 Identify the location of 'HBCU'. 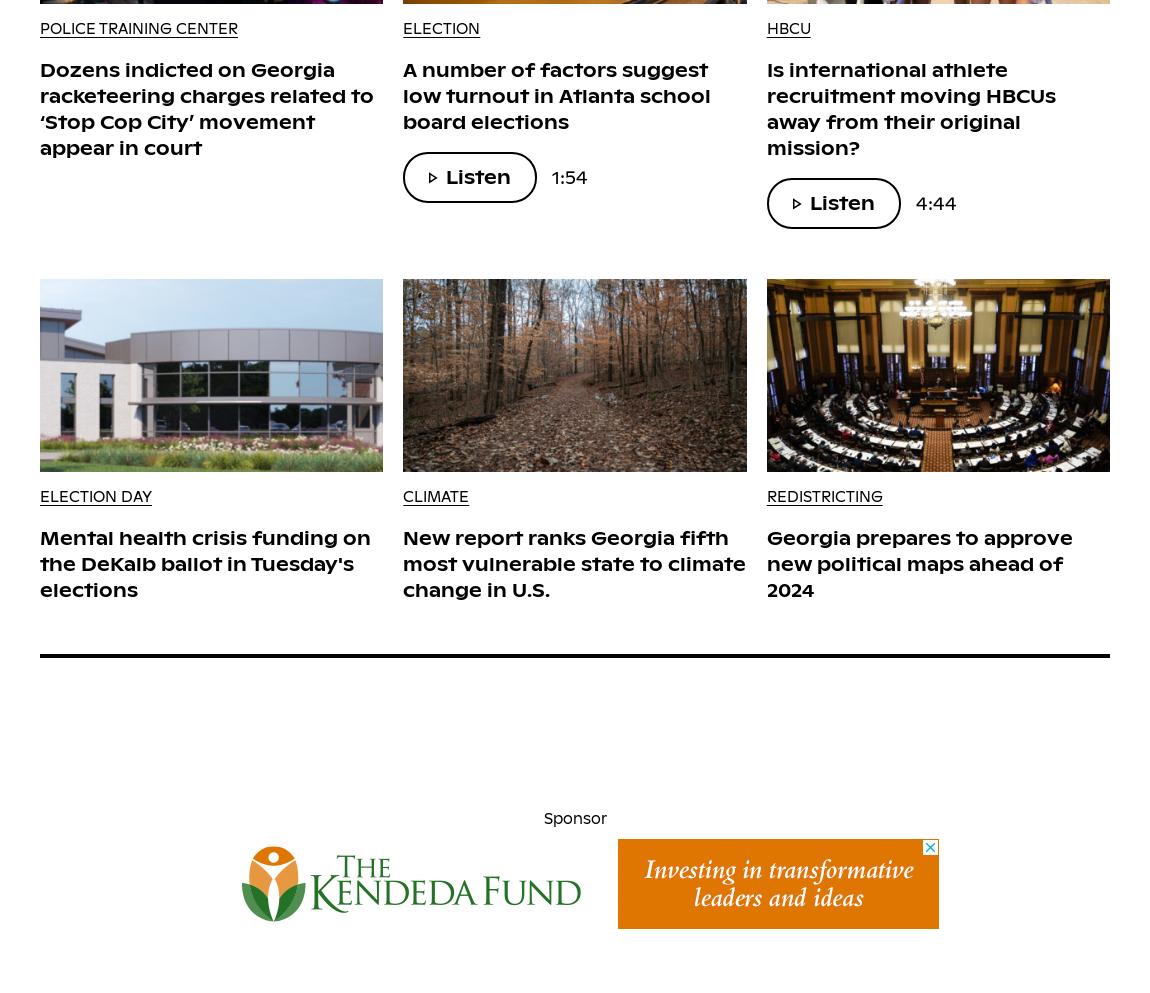
(786, 27).